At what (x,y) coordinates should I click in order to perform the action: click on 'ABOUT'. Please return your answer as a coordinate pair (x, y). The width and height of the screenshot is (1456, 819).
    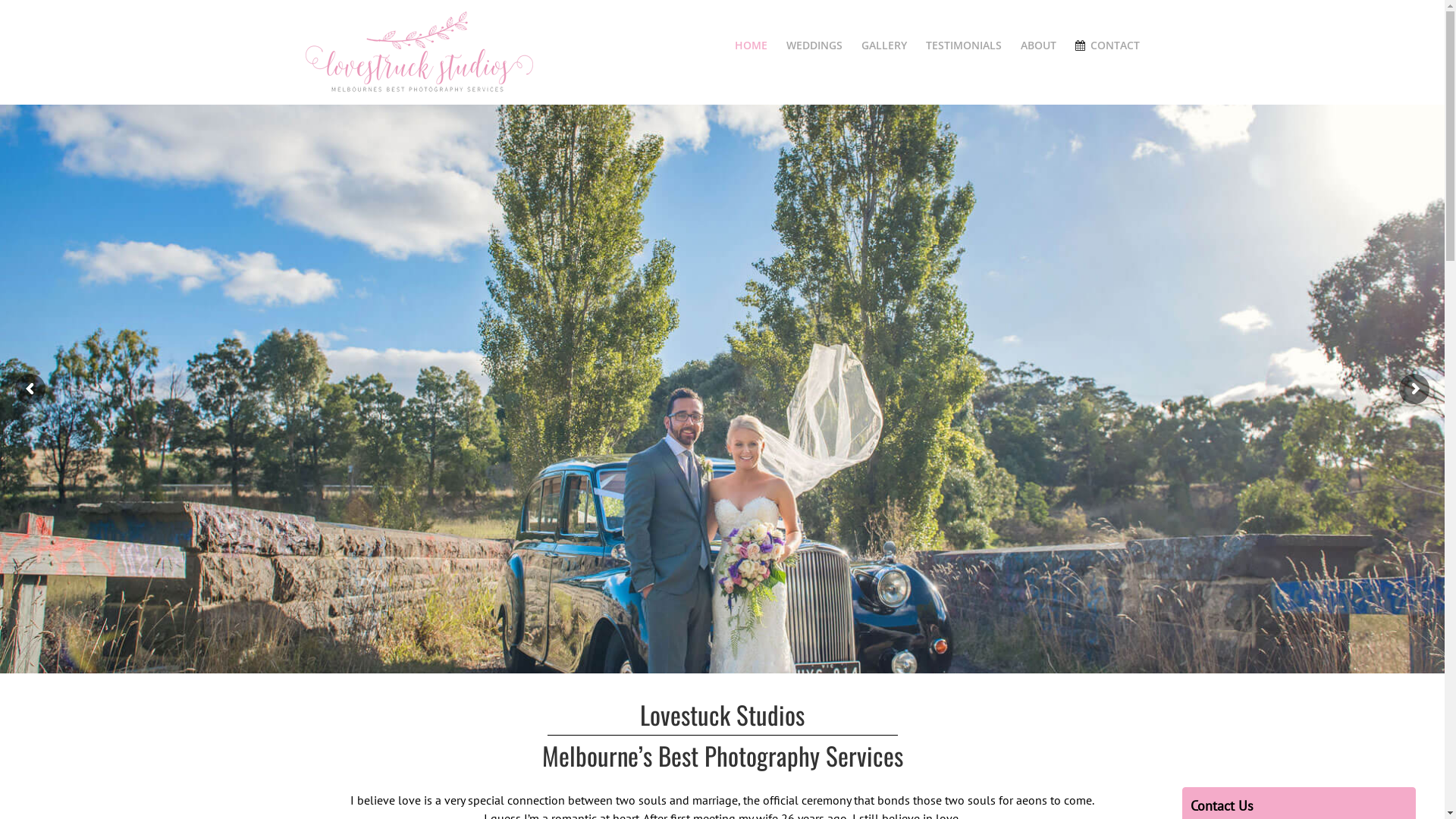
    Looking at the image, I should click on (1037, 45).